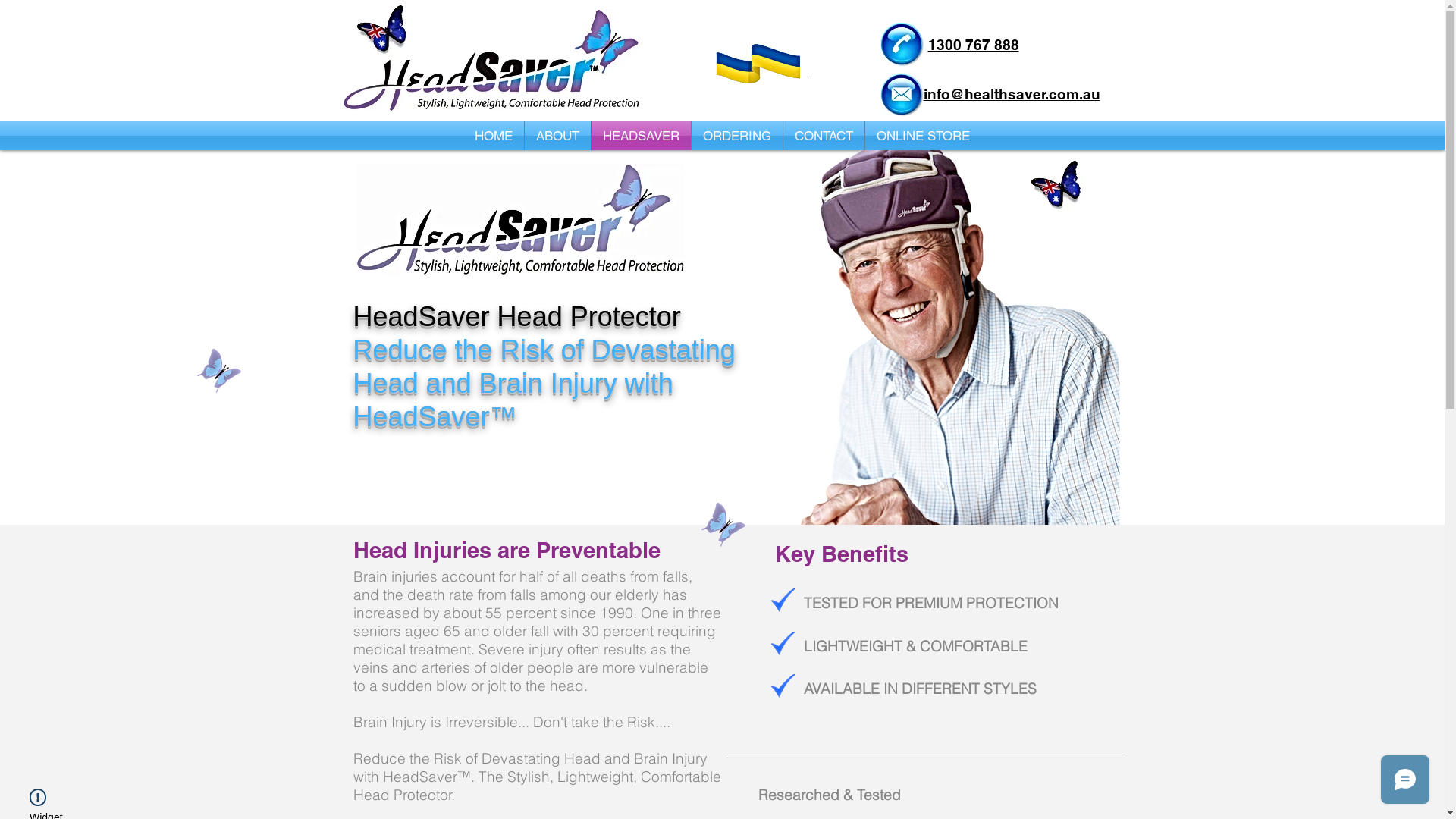 The height and width of the screenshot is (819, 1456). I want to click on 'CONTACT', so click(823, 134).